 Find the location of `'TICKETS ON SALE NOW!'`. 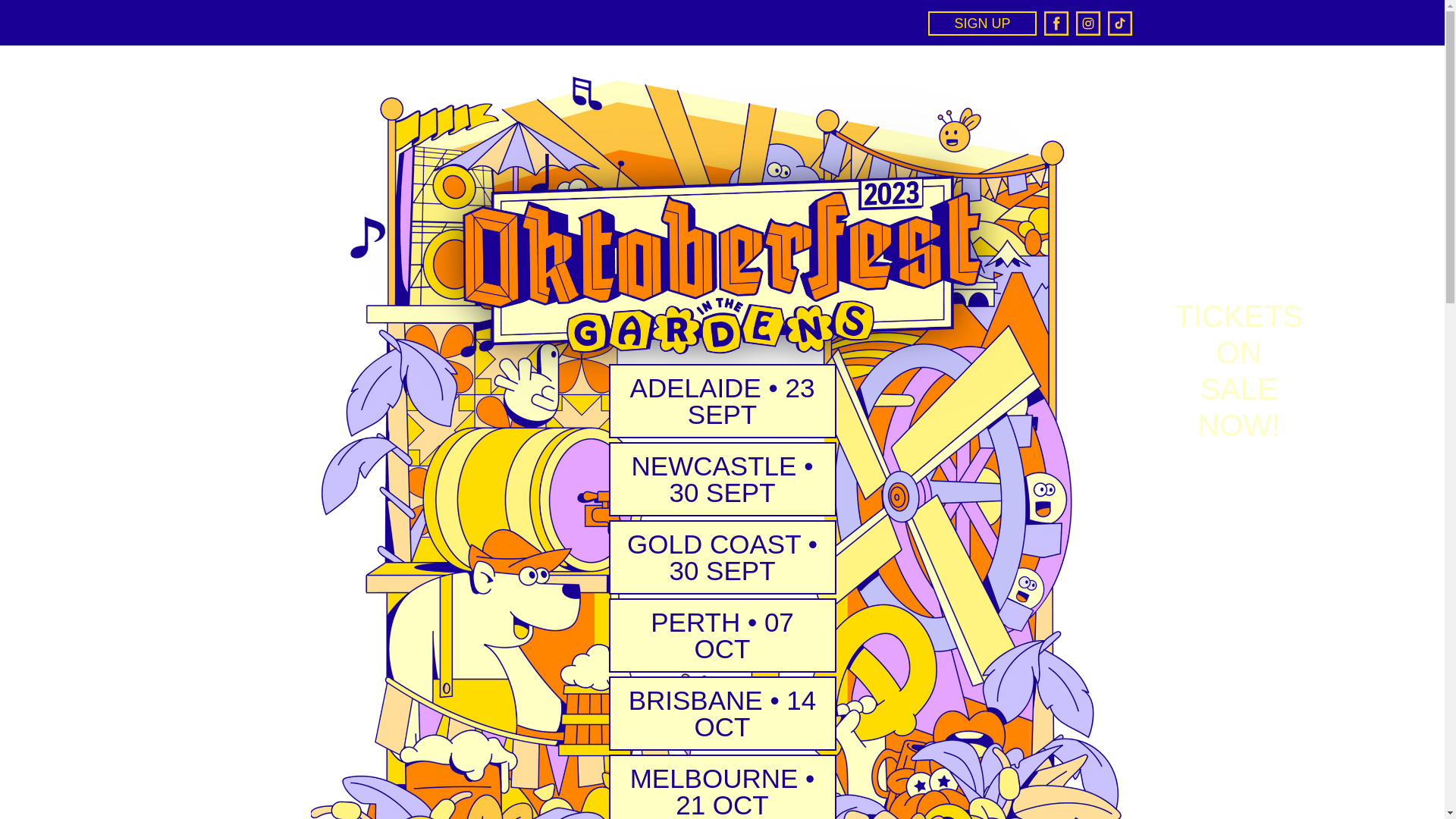

'TICKETS ON SALE NOW!' is located at coordinates (1238, 371).